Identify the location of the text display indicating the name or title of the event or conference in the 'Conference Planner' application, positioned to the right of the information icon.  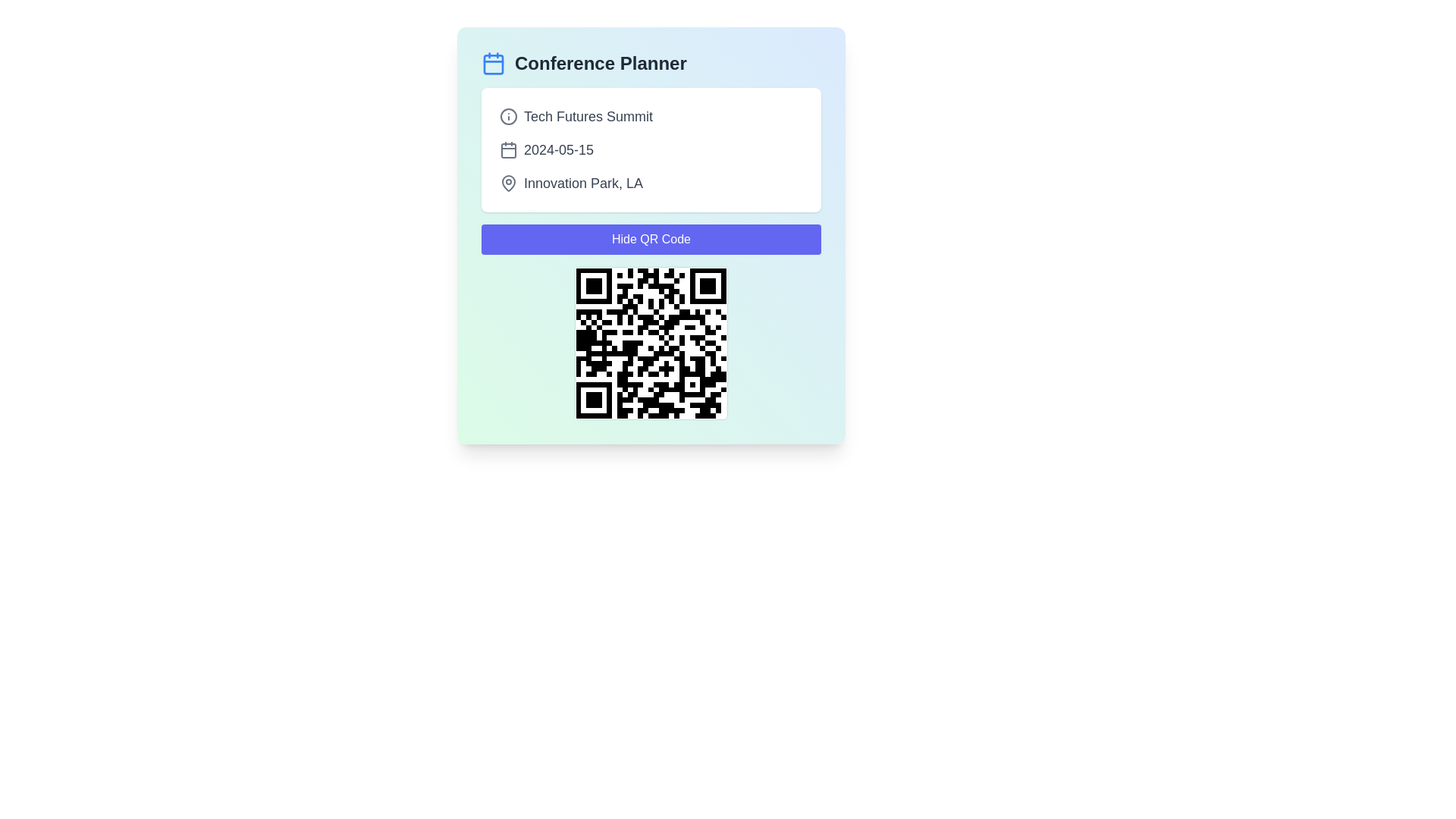
(588, 116).